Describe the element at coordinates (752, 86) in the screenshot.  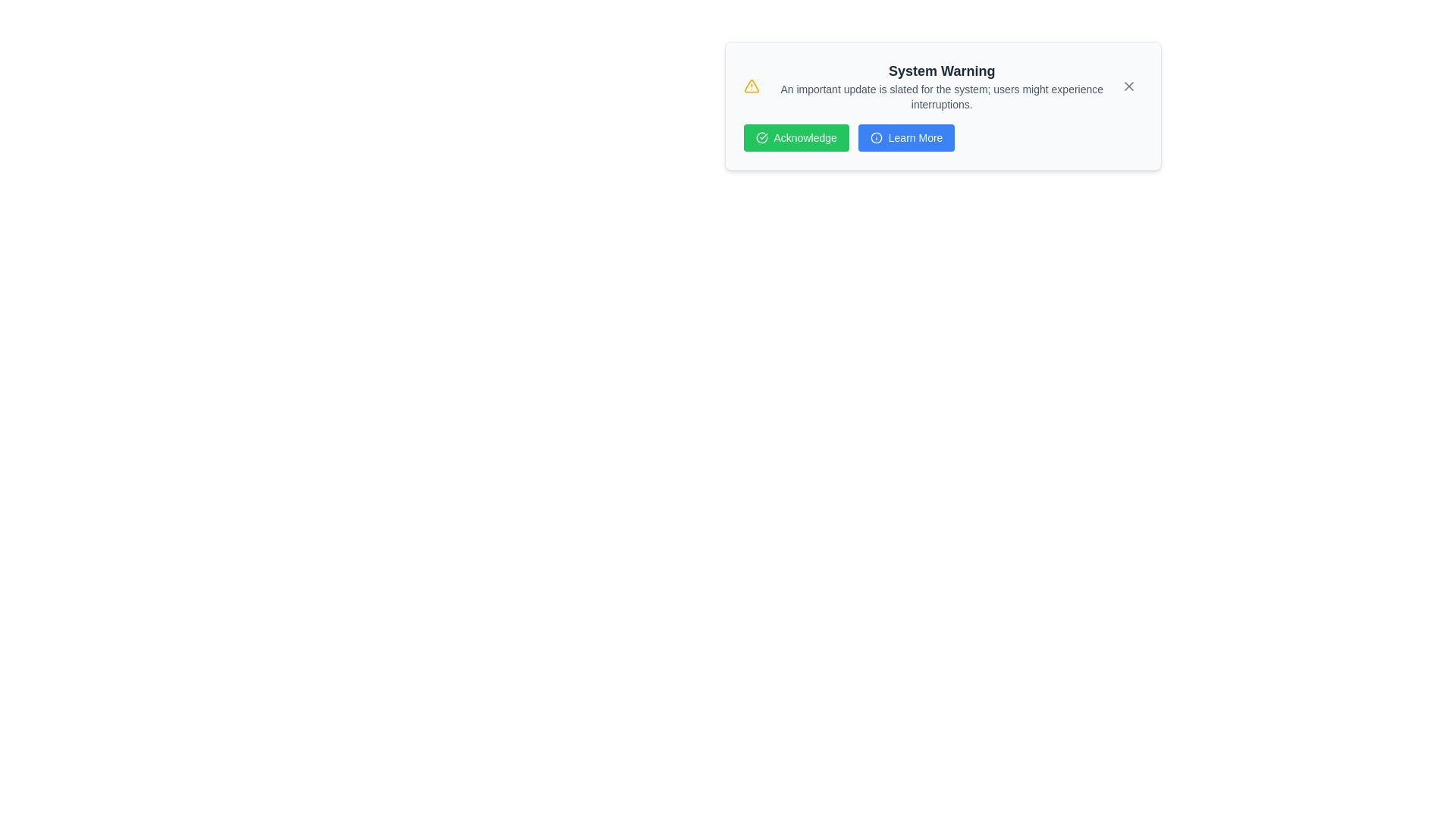
I see `the warning icon that serves to alert users about an important system message, located to the left of the 'System Warning' text` at that location.